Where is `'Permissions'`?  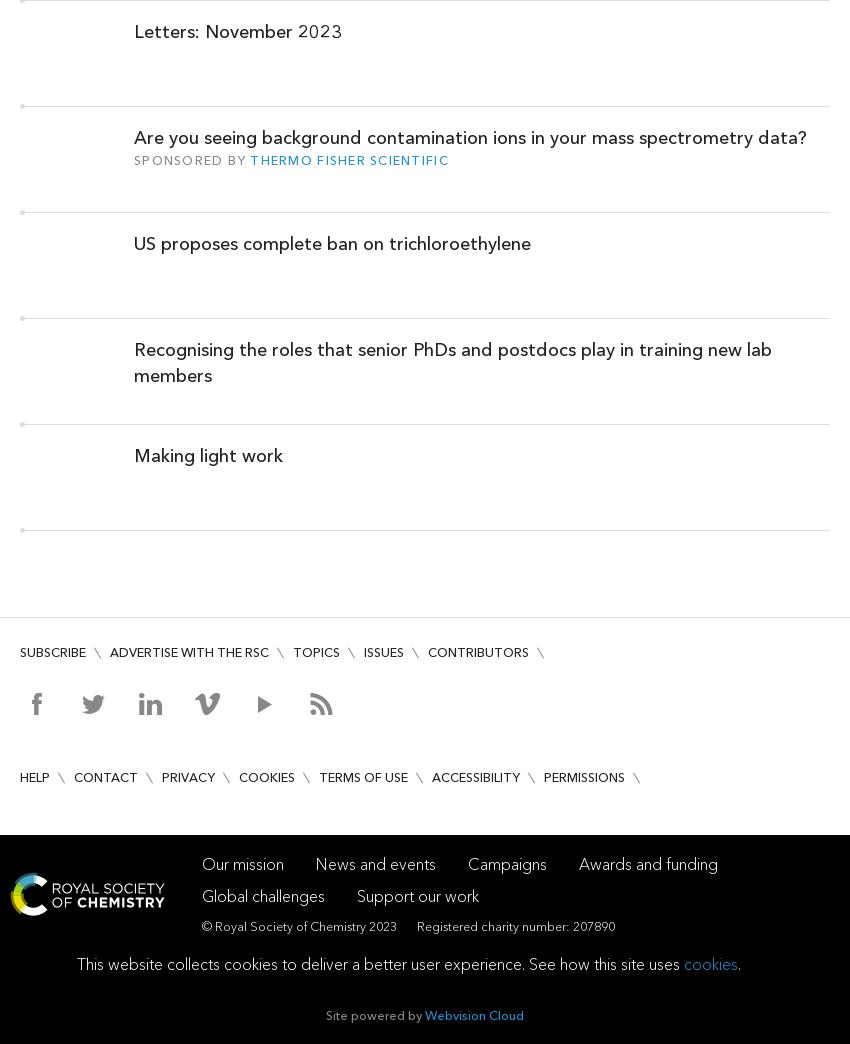
'Permissions' is located at coordinates (584, 776).